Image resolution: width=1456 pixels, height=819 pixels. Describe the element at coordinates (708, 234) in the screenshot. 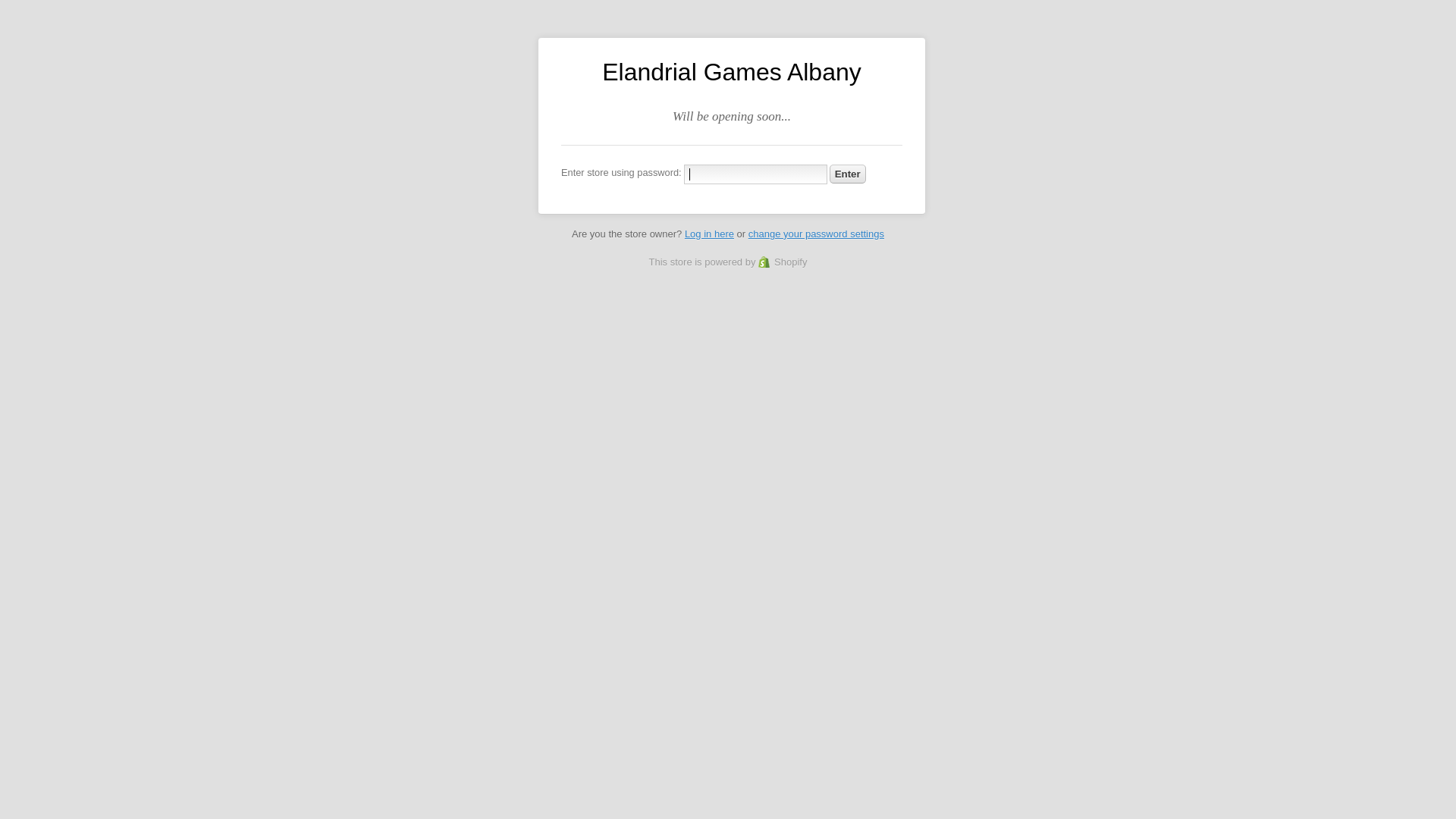

I see `'Log in here'` at that location.